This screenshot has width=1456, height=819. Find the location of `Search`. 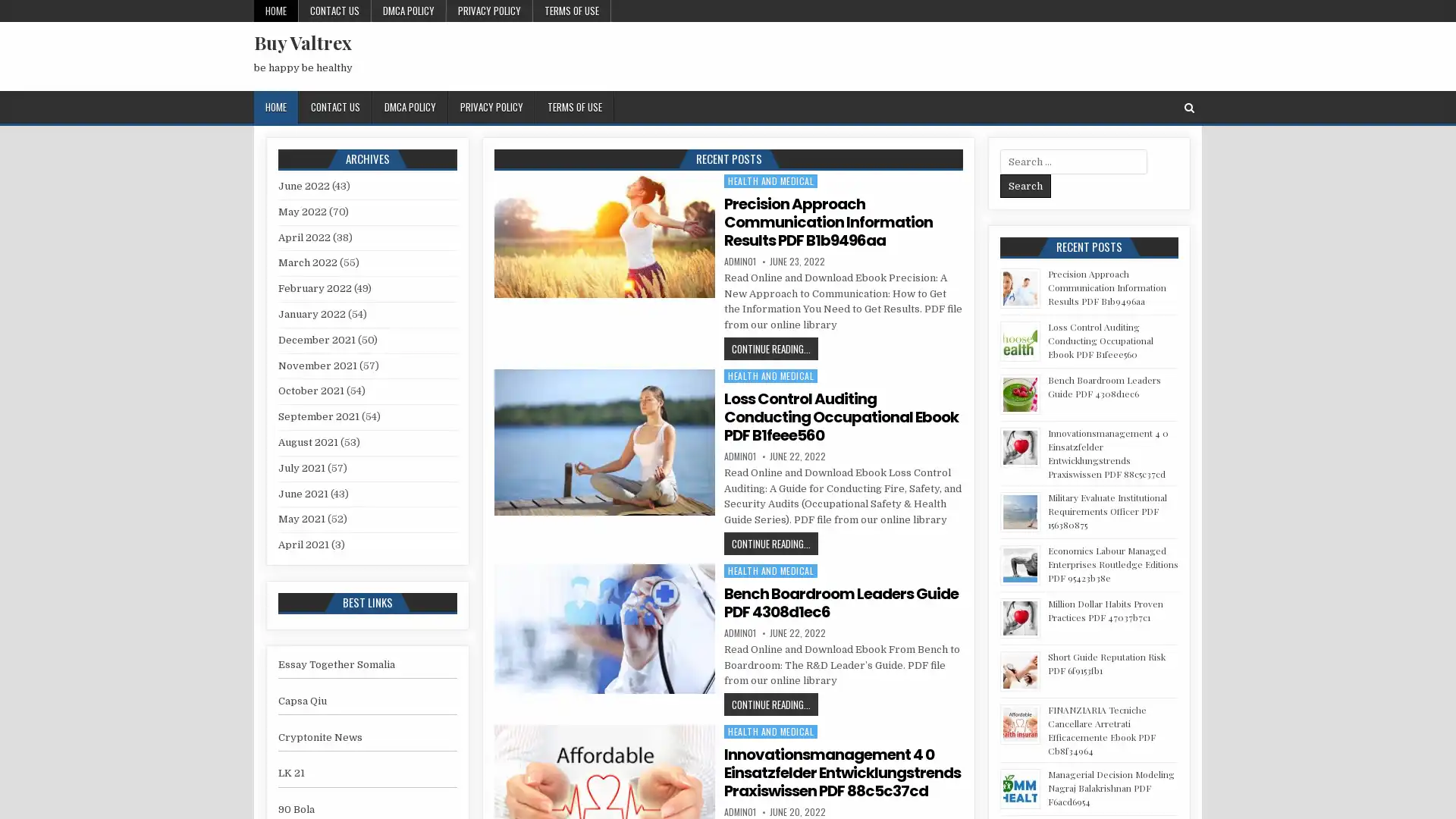

Search is located at coordinates (1025, 185).